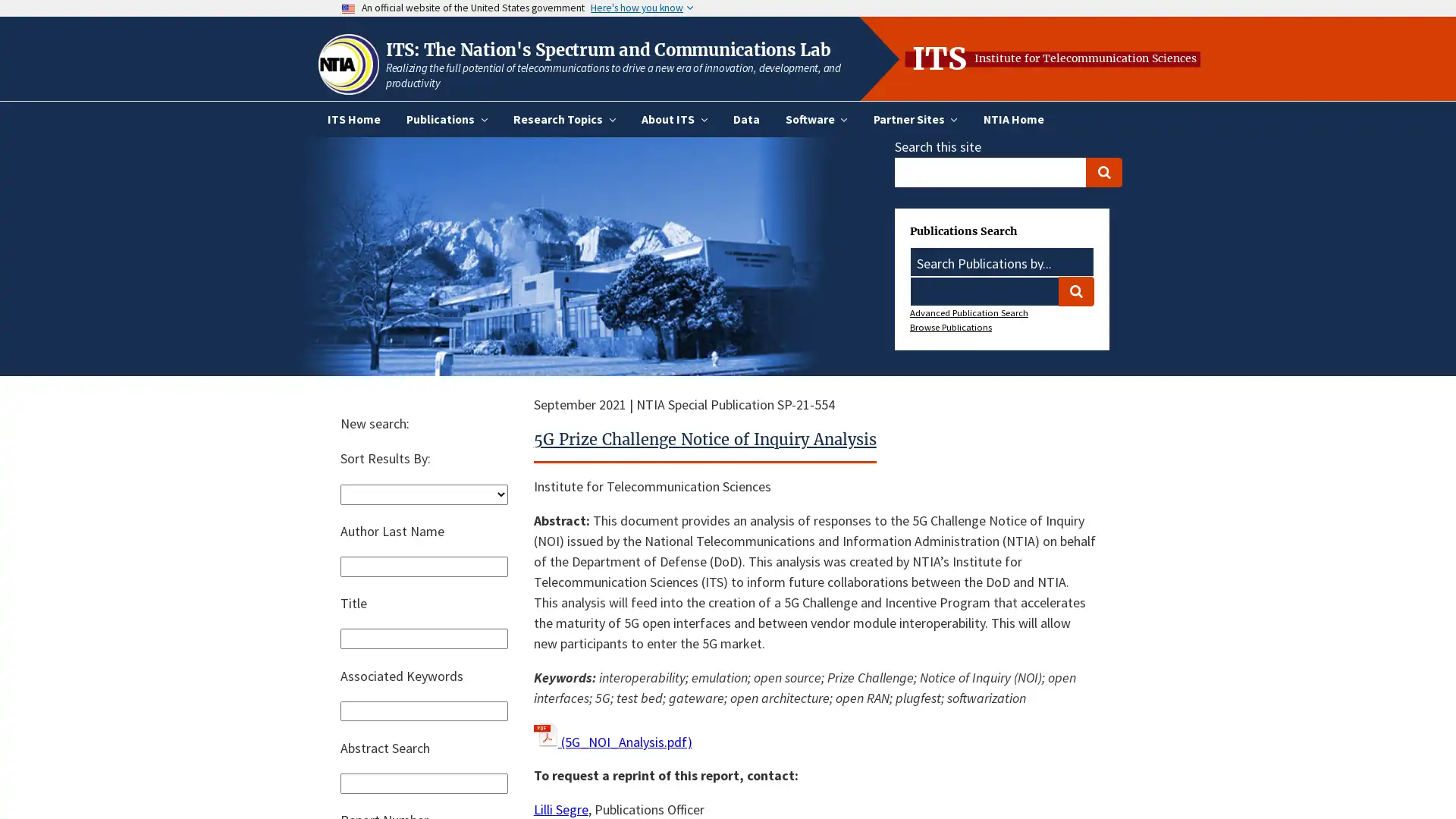  I want to click on Search, so click(1103, 171).